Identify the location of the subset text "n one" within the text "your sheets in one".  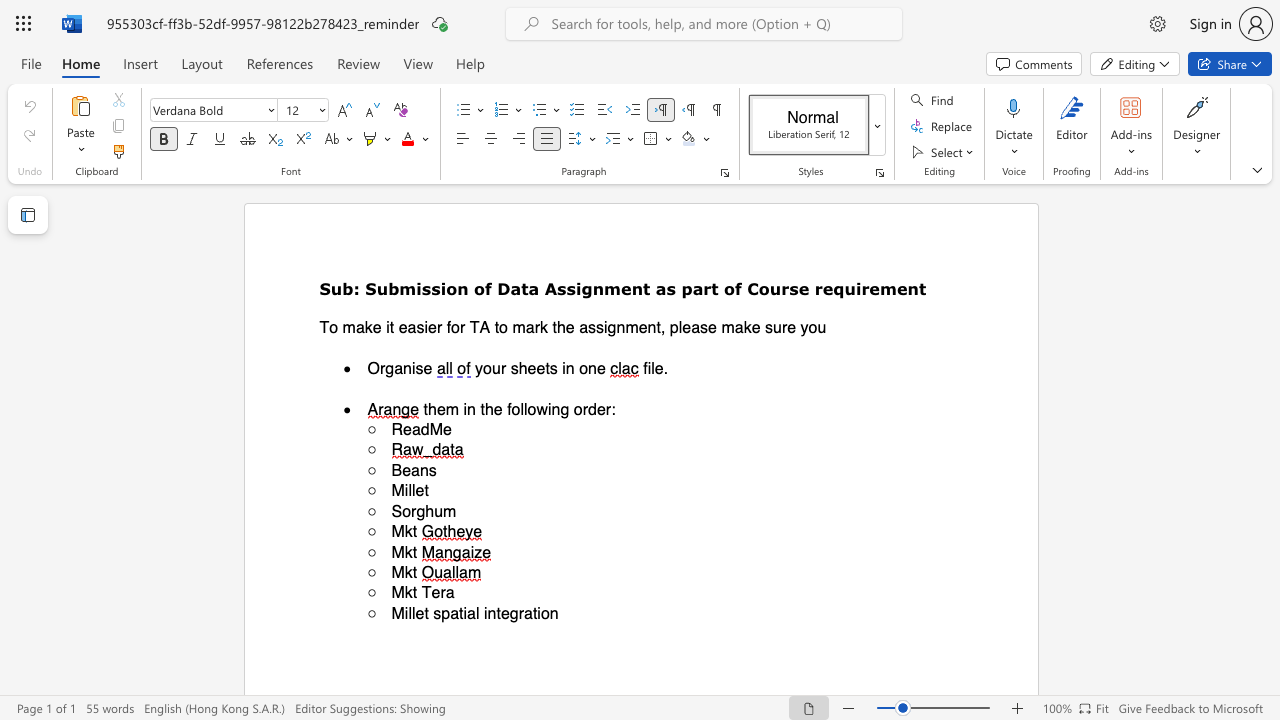
(564, 368).